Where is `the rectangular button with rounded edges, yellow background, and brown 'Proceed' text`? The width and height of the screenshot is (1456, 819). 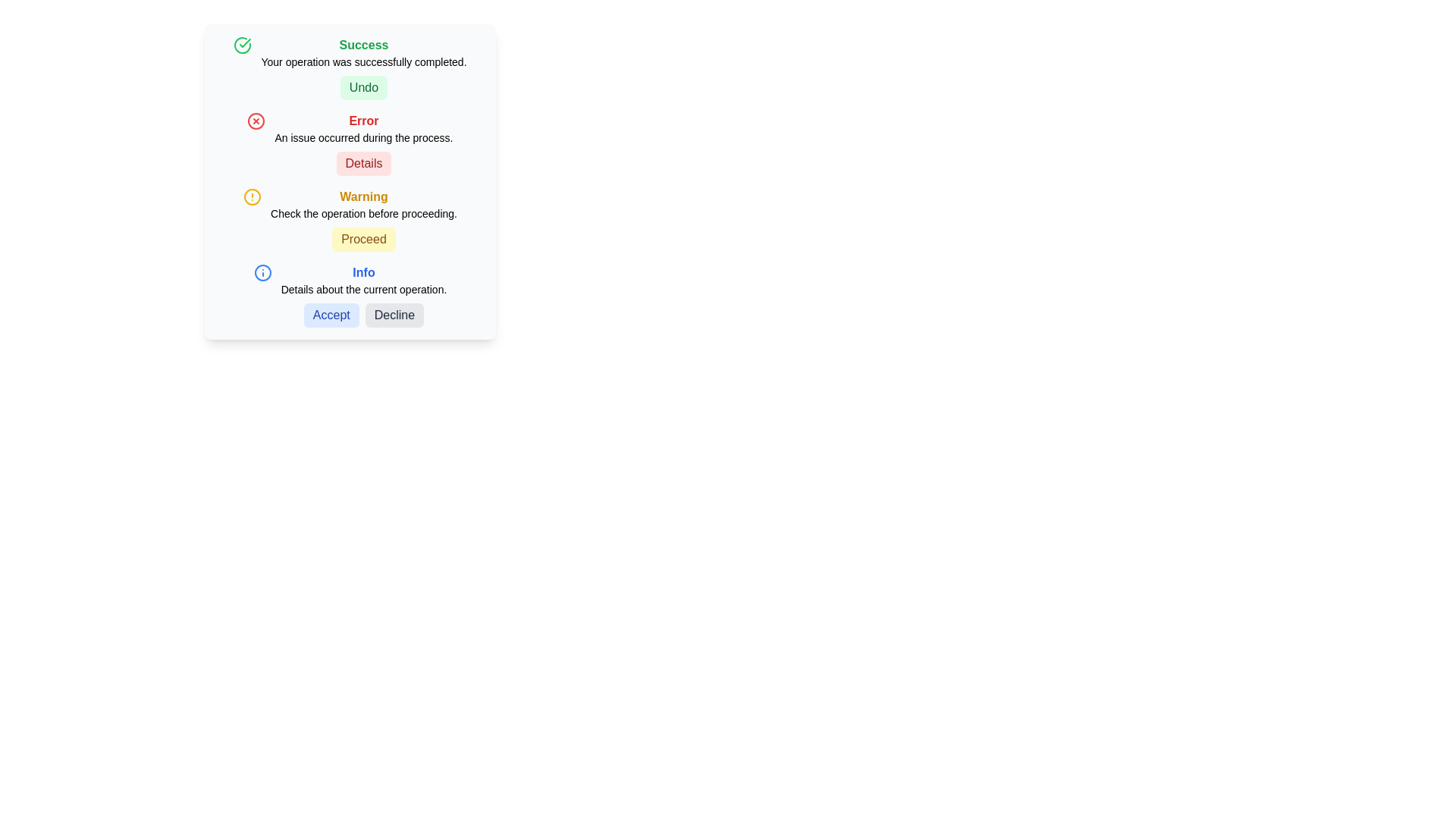
the rectangular button with rounded edges, yellow background, and brown 'Proceed' text is located at coordinates (364, 239).